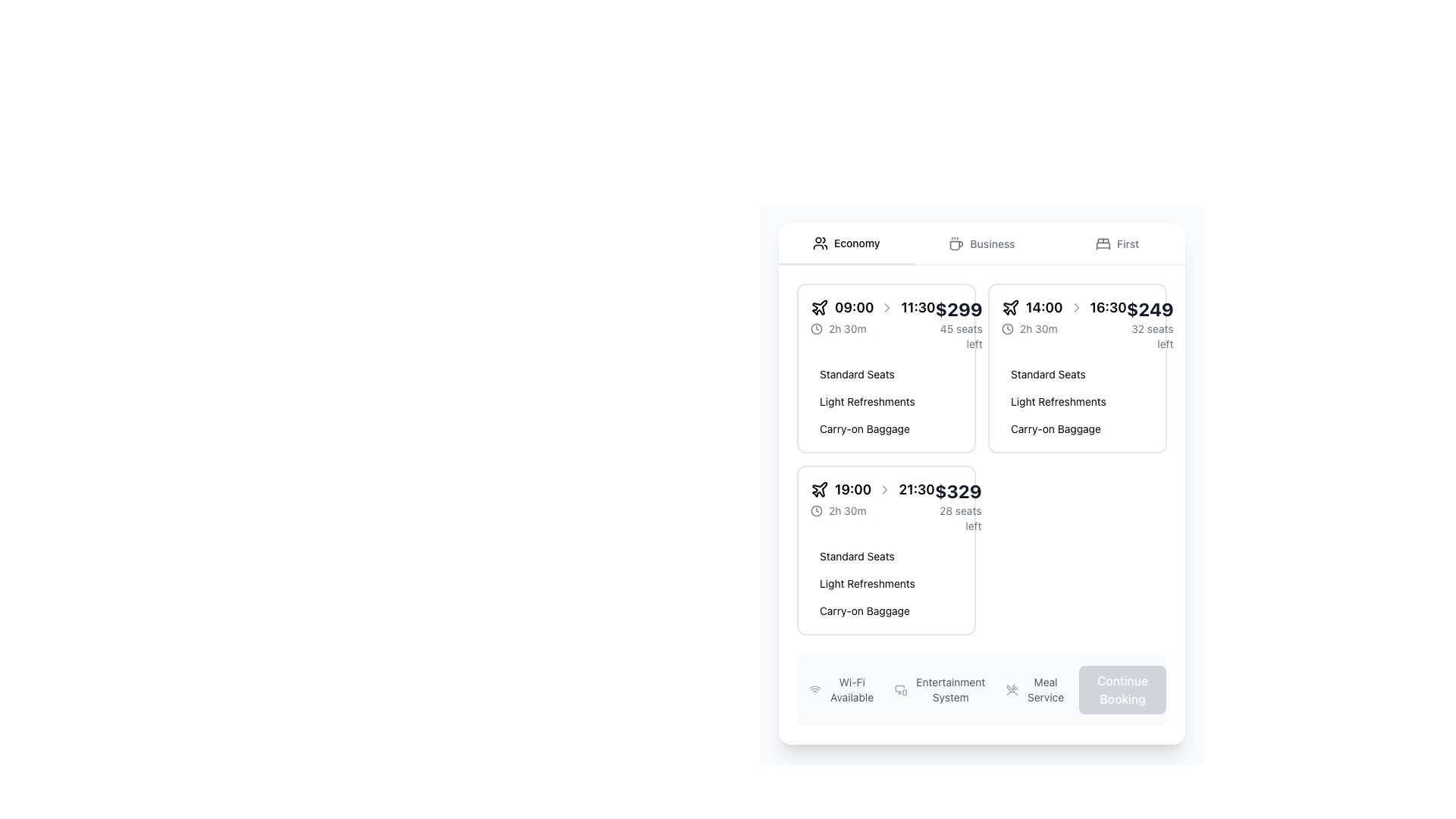  I want to click on the button located at the top-center of the interface, so click(982, 243).